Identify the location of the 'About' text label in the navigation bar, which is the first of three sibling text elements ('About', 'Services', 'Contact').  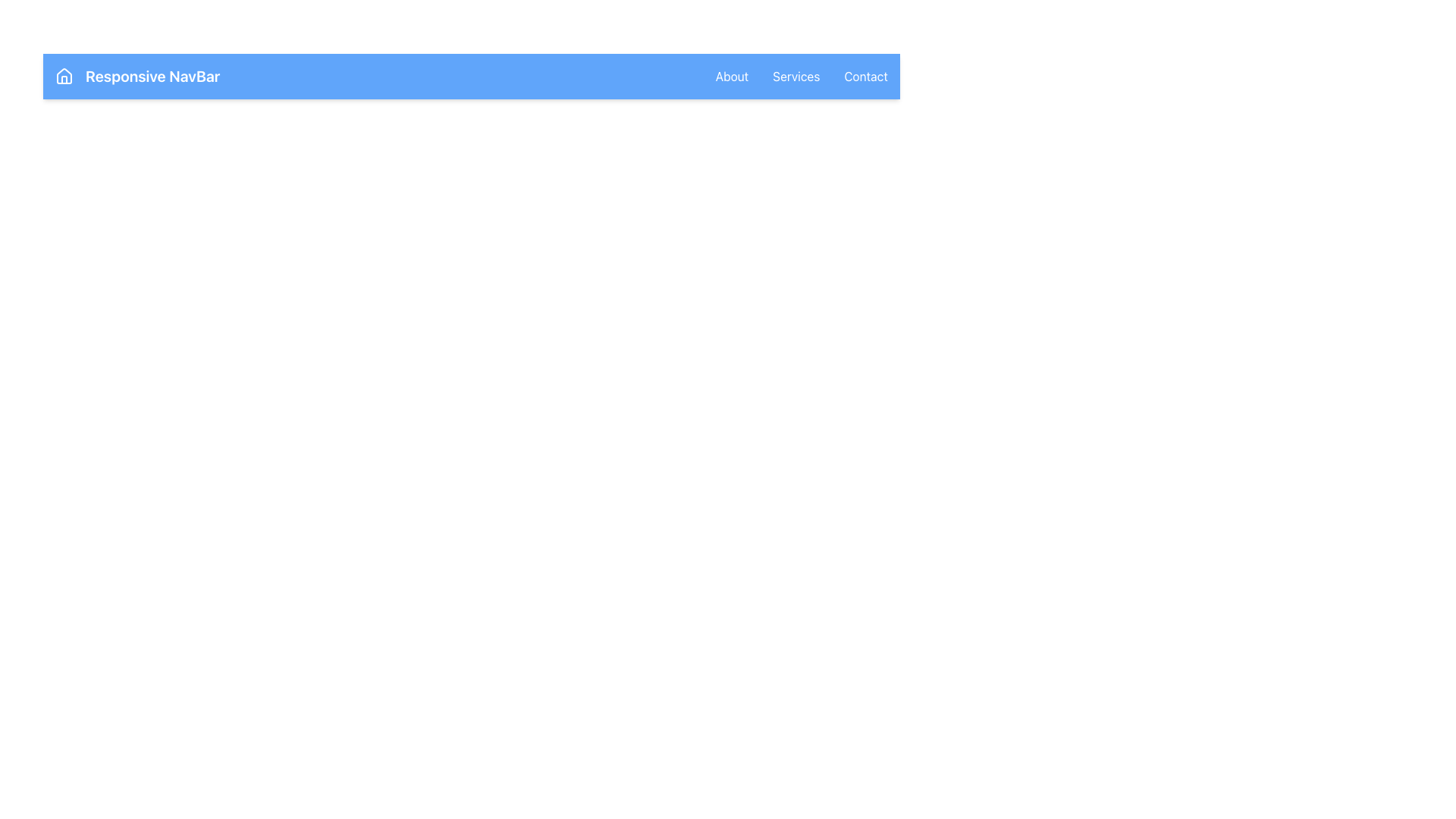
(732, 76).